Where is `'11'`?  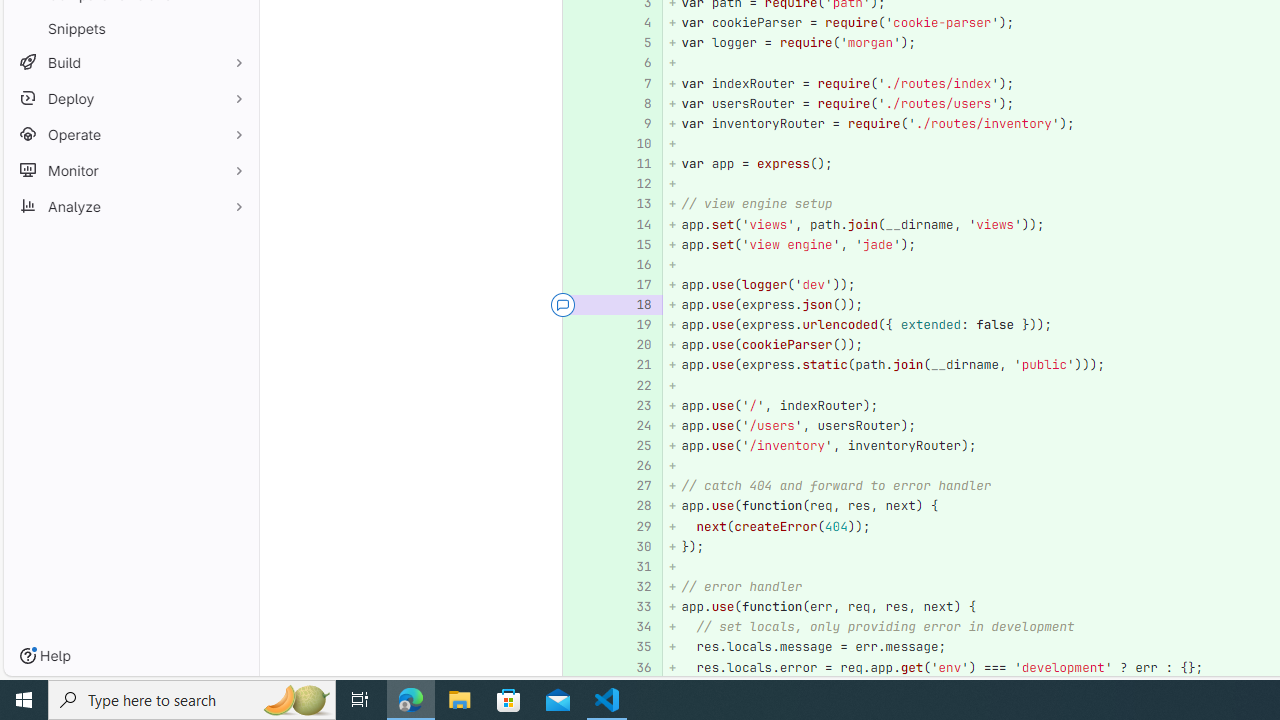
'11' is located at coordinates (636, 163).